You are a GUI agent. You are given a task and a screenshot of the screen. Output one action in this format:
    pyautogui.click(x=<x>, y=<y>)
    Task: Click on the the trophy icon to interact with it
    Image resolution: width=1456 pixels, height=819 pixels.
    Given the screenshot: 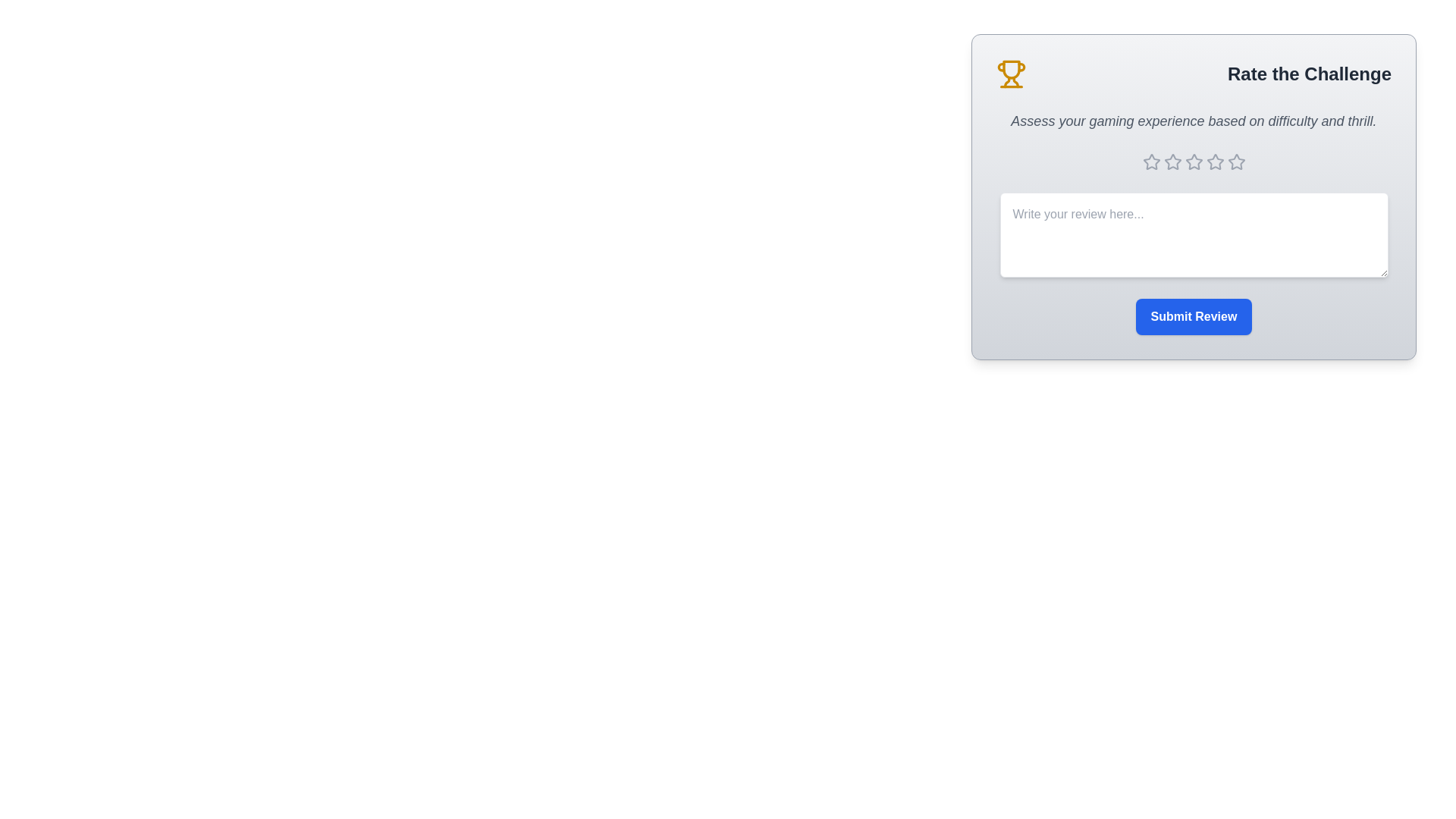 What is the action you would take?
    pyautogui.click(x=1012, y=74)
    